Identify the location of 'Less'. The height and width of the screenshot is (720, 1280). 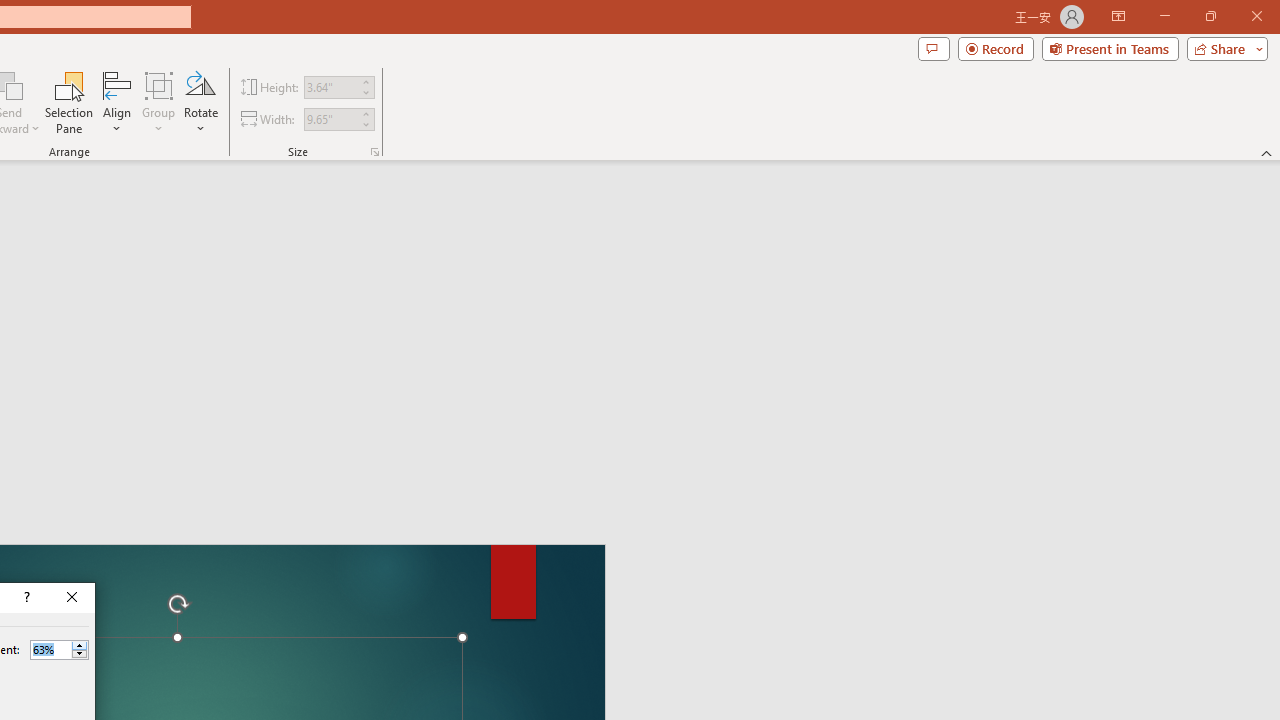
(79, 654).